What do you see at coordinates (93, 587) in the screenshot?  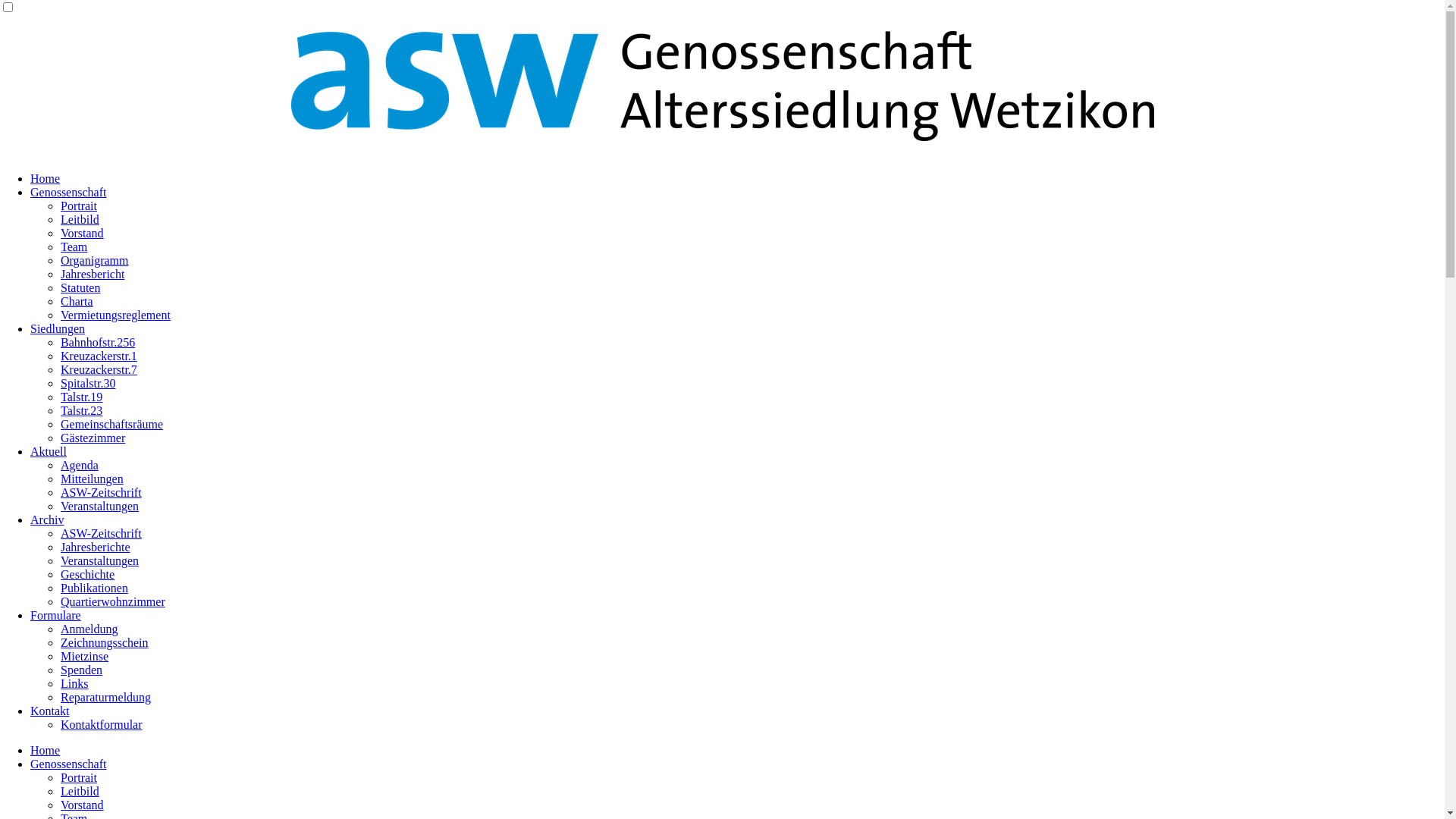 I see `'Publikationen'` at bounding box center [93, 587].